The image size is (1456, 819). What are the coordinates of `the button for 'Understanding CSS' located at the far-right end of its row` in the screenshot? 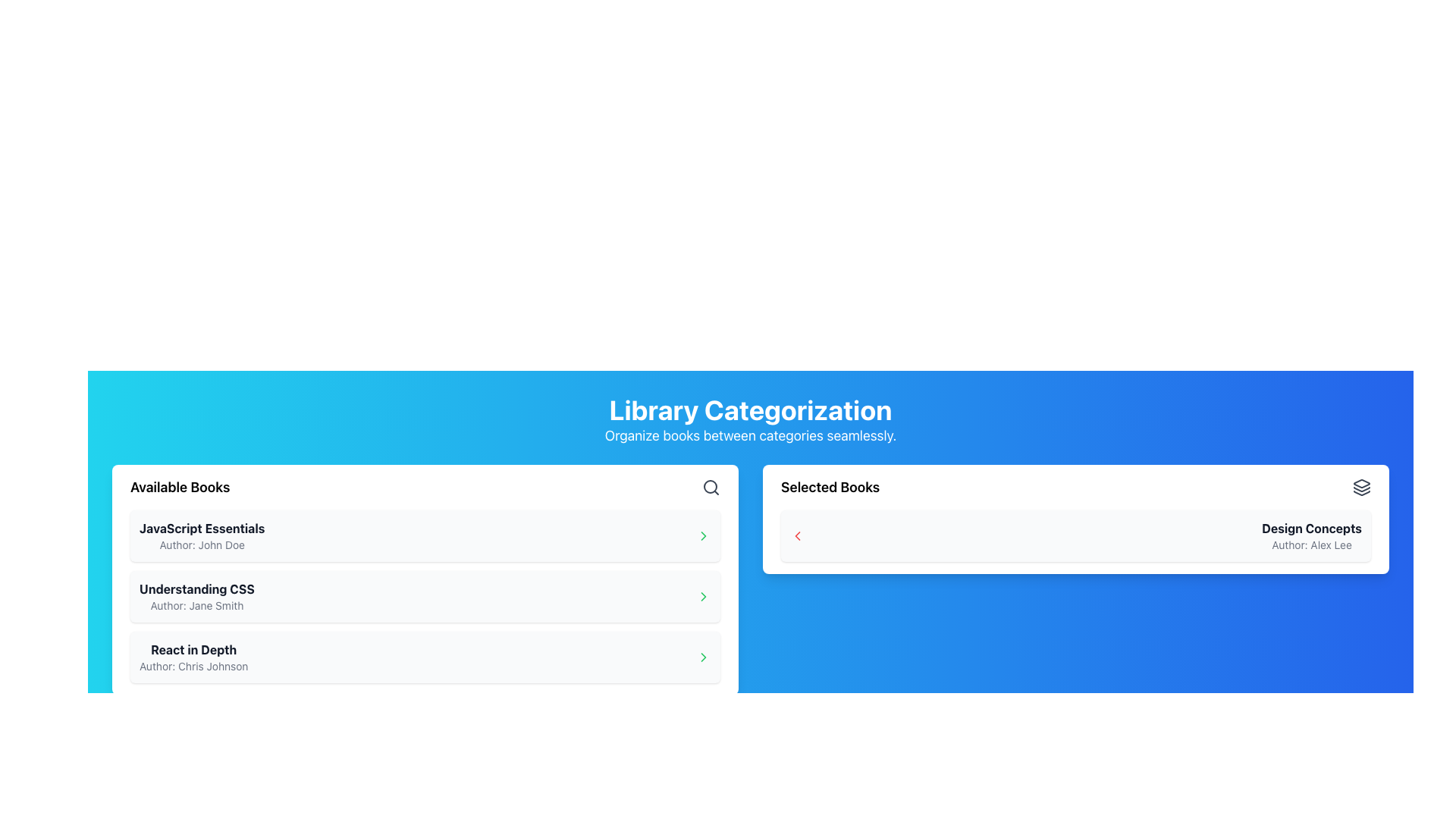 It's located at (702, 595).